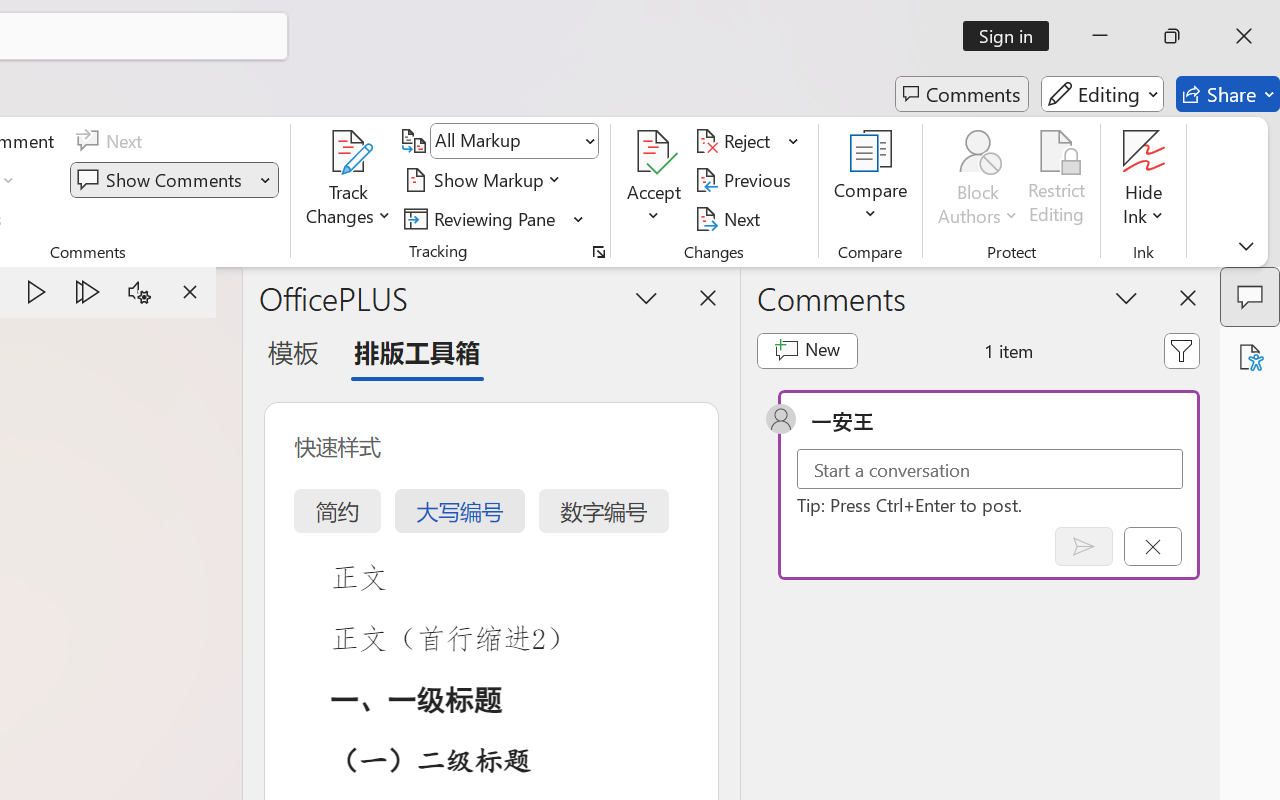 This screenshot has width=1280, height=800. Describe the element at coordinates (1056, 179) in the screenshot. I see `'Restrict Editing'` at that location.